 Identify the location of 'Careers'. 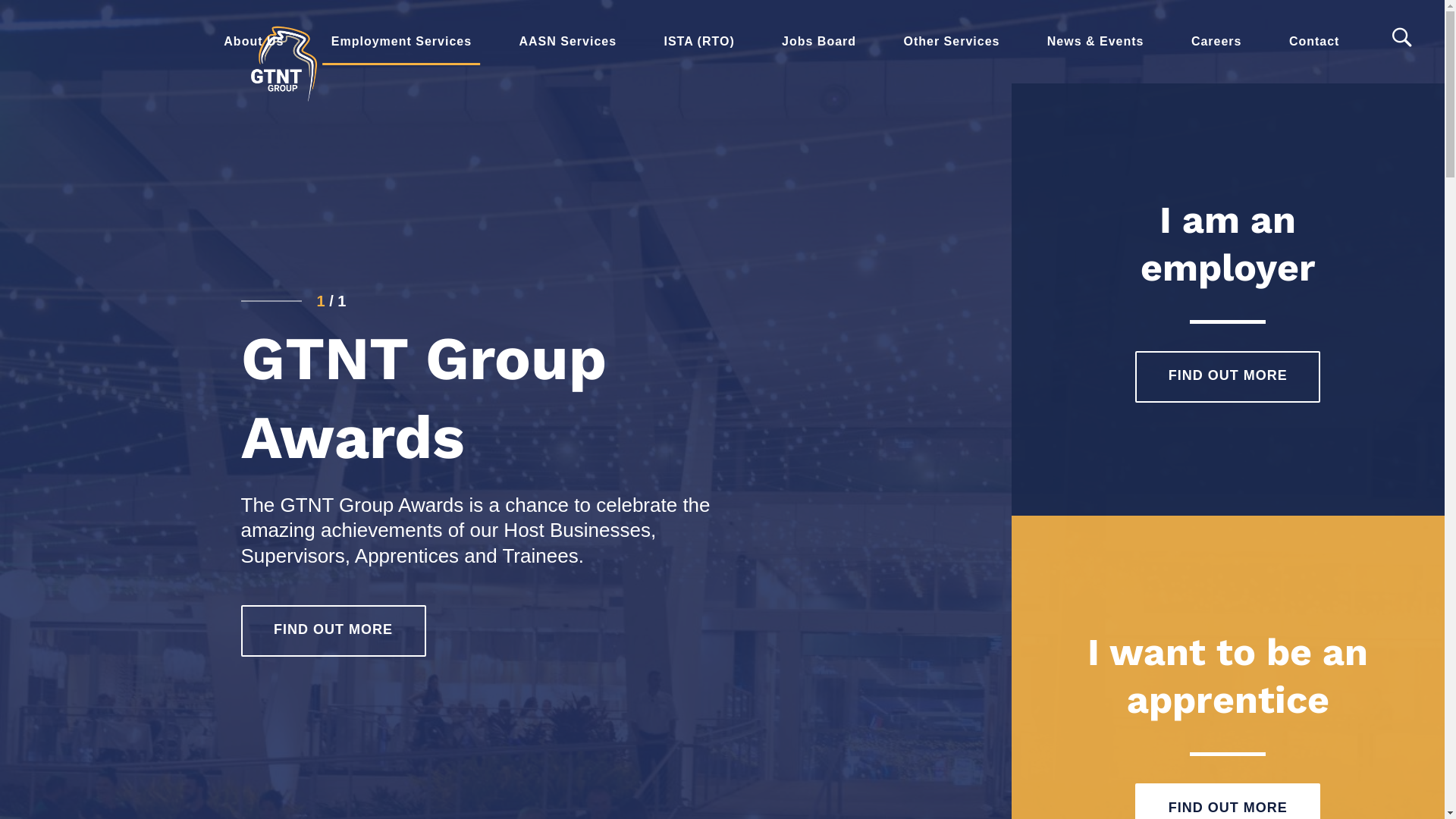
(1216, 40).